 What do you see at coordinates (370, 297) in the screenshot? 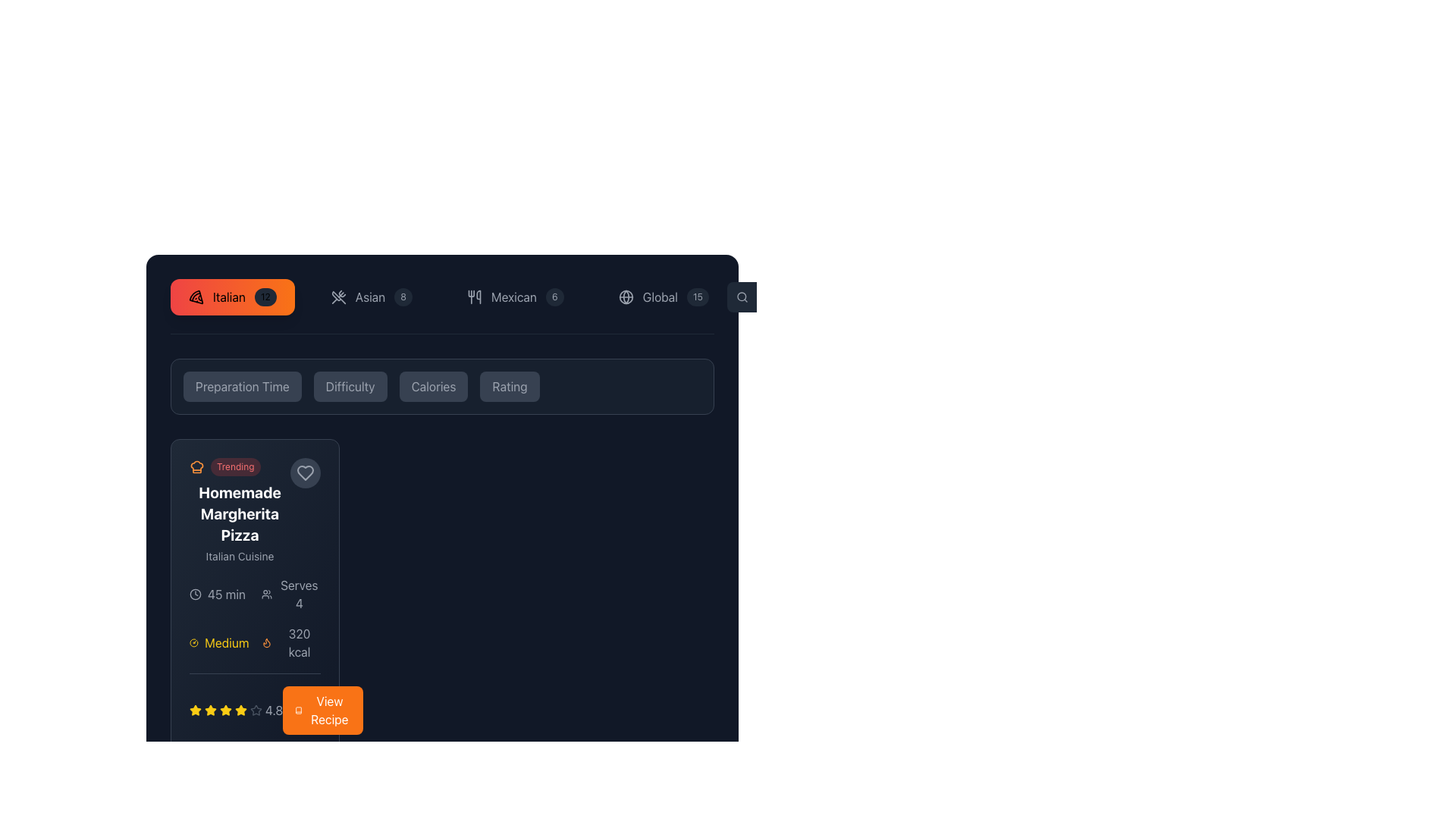
I see `the 'Asian' label in the horizontal navigation bar` at bounding box center [370, 297].